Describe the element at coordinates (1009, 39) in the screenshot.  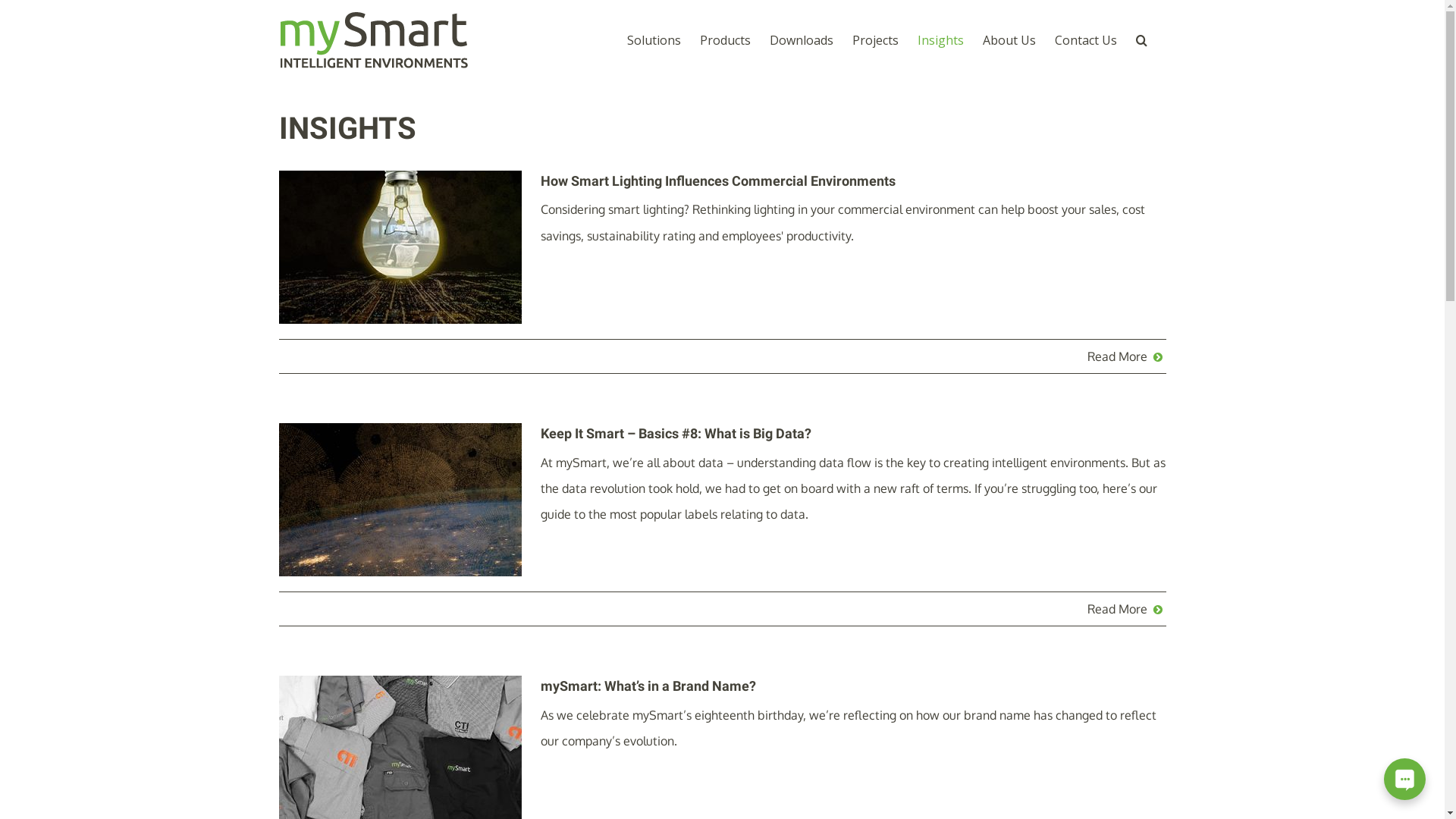
I see `'About Us'` at that location.